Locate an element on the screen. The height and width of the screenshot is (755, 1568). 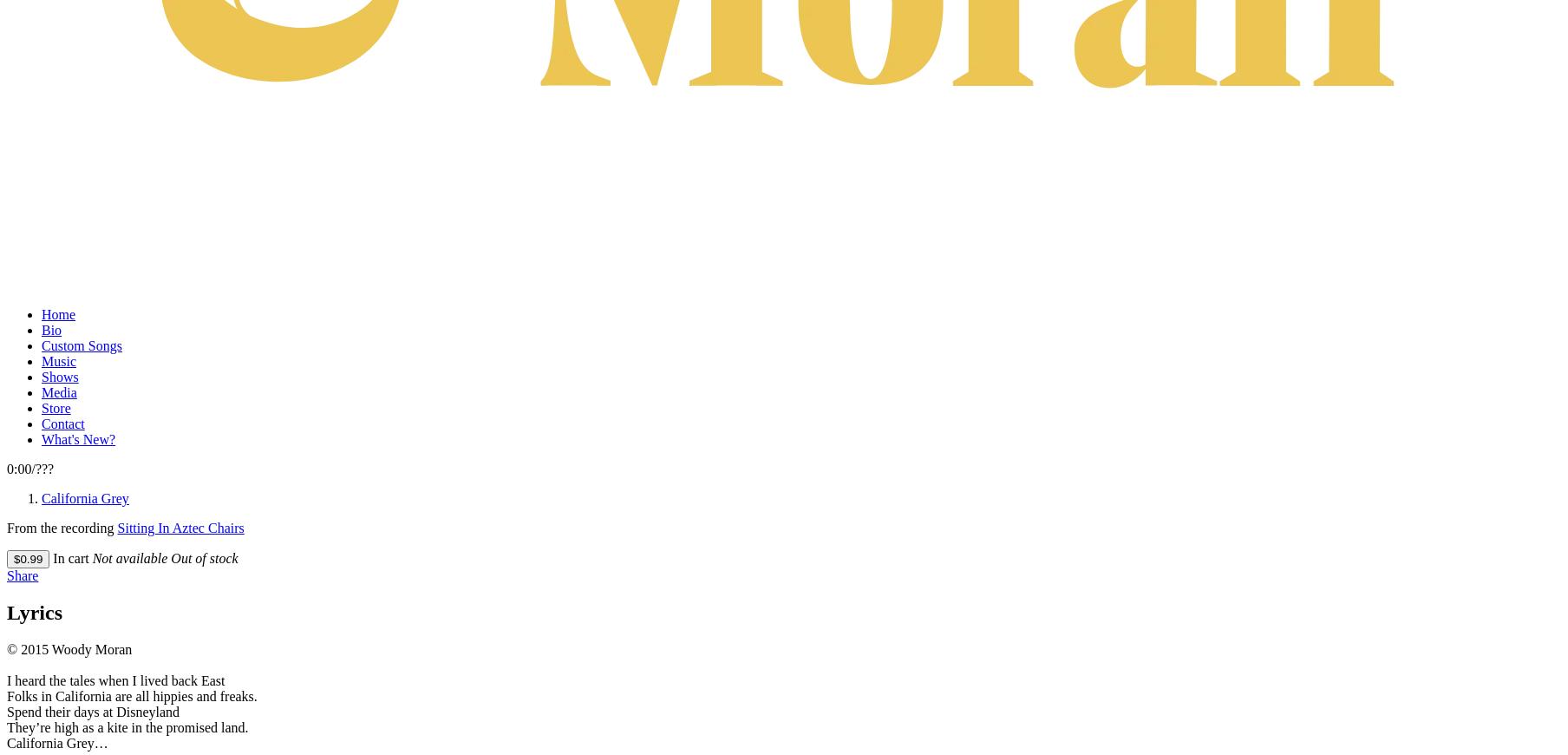
'Shows' is located at coordinates (60, 376).